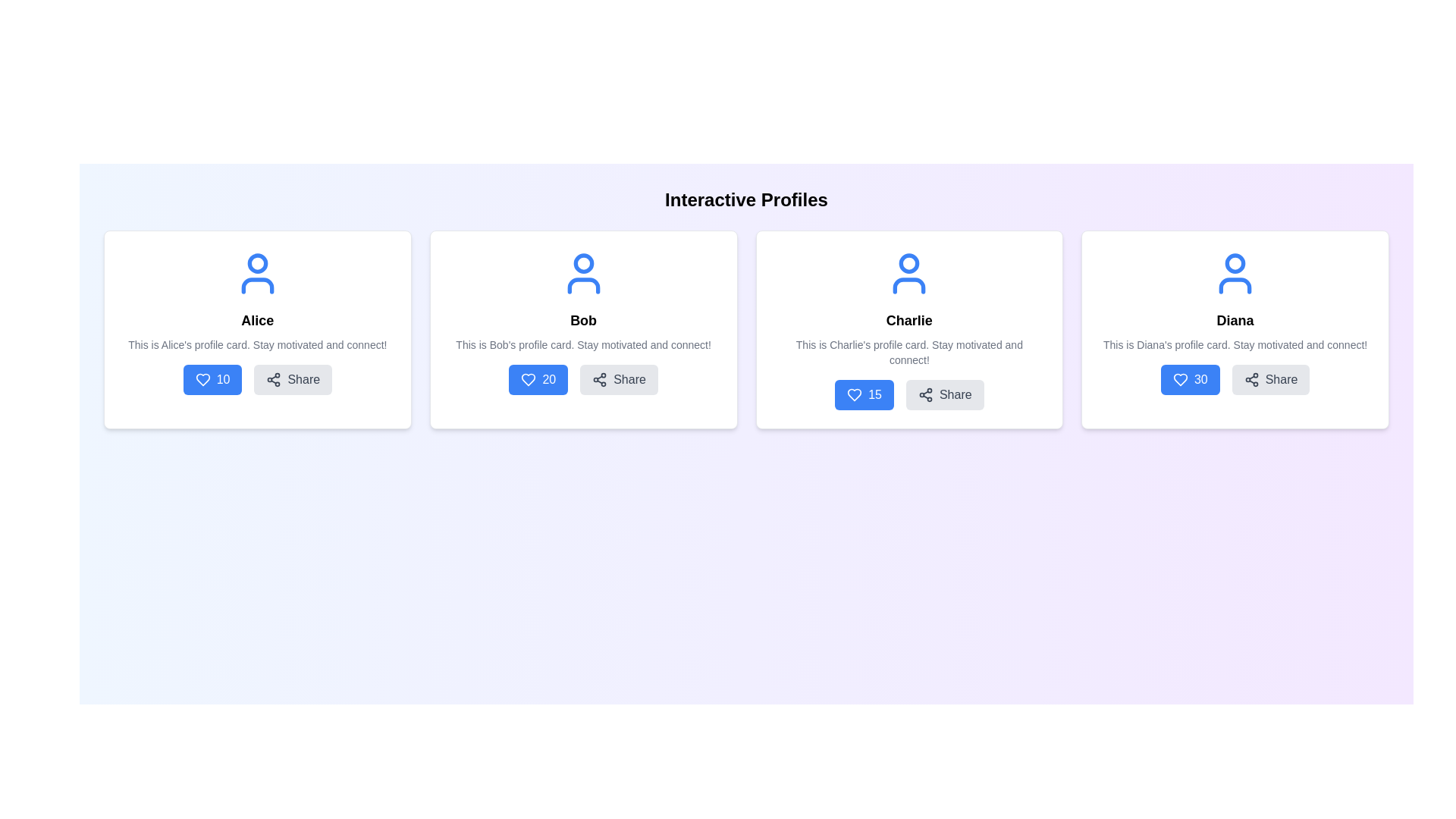  I want to click on the user icon representing 'Bob' located at the top of the profile card in the second position from the left, so click(582, 274).